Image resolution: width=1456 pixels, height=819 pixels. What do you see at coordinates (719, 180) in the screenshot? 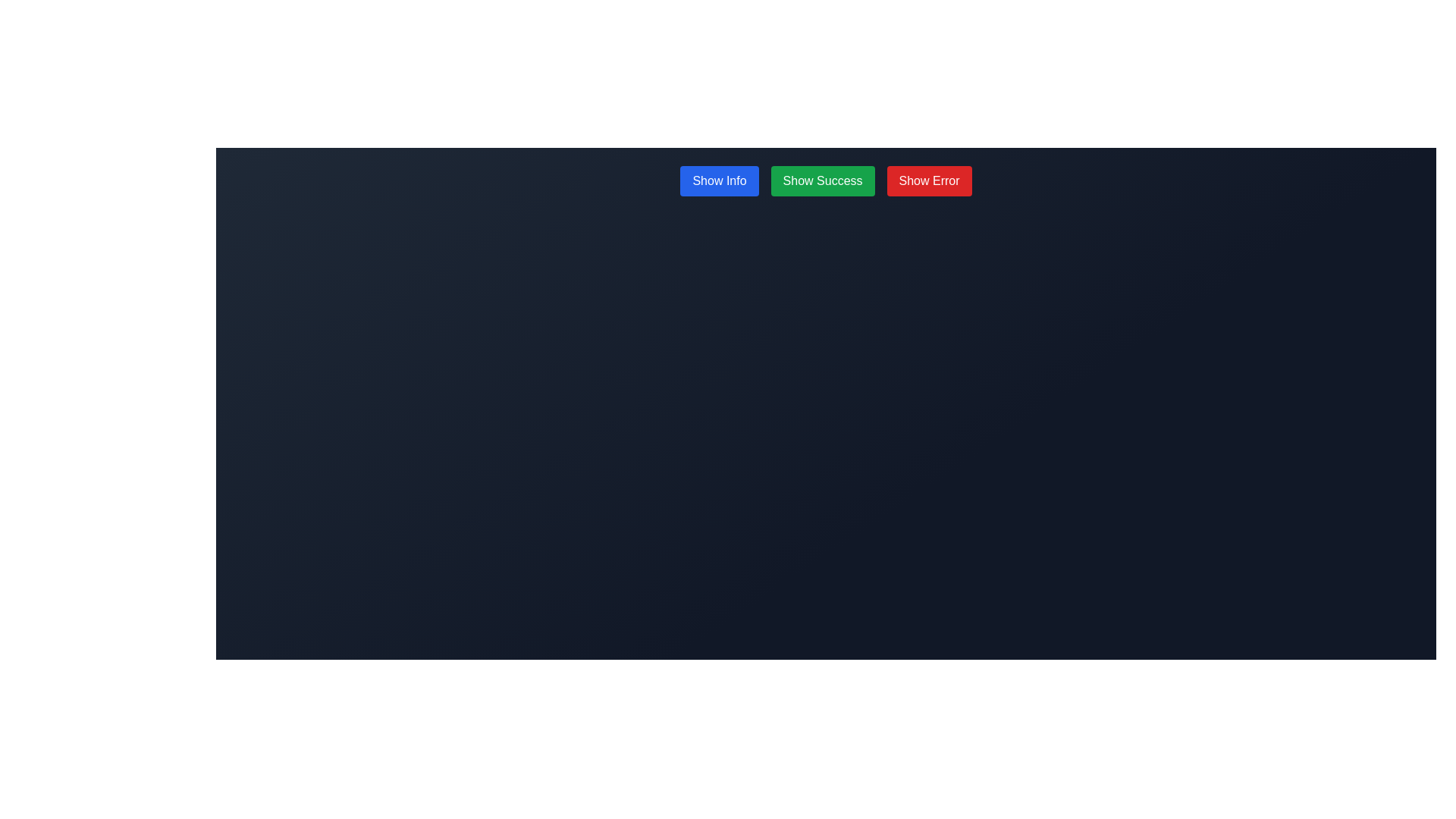
I see `the blue button labeled 'Show Info'` at bounding box center [719, 180].